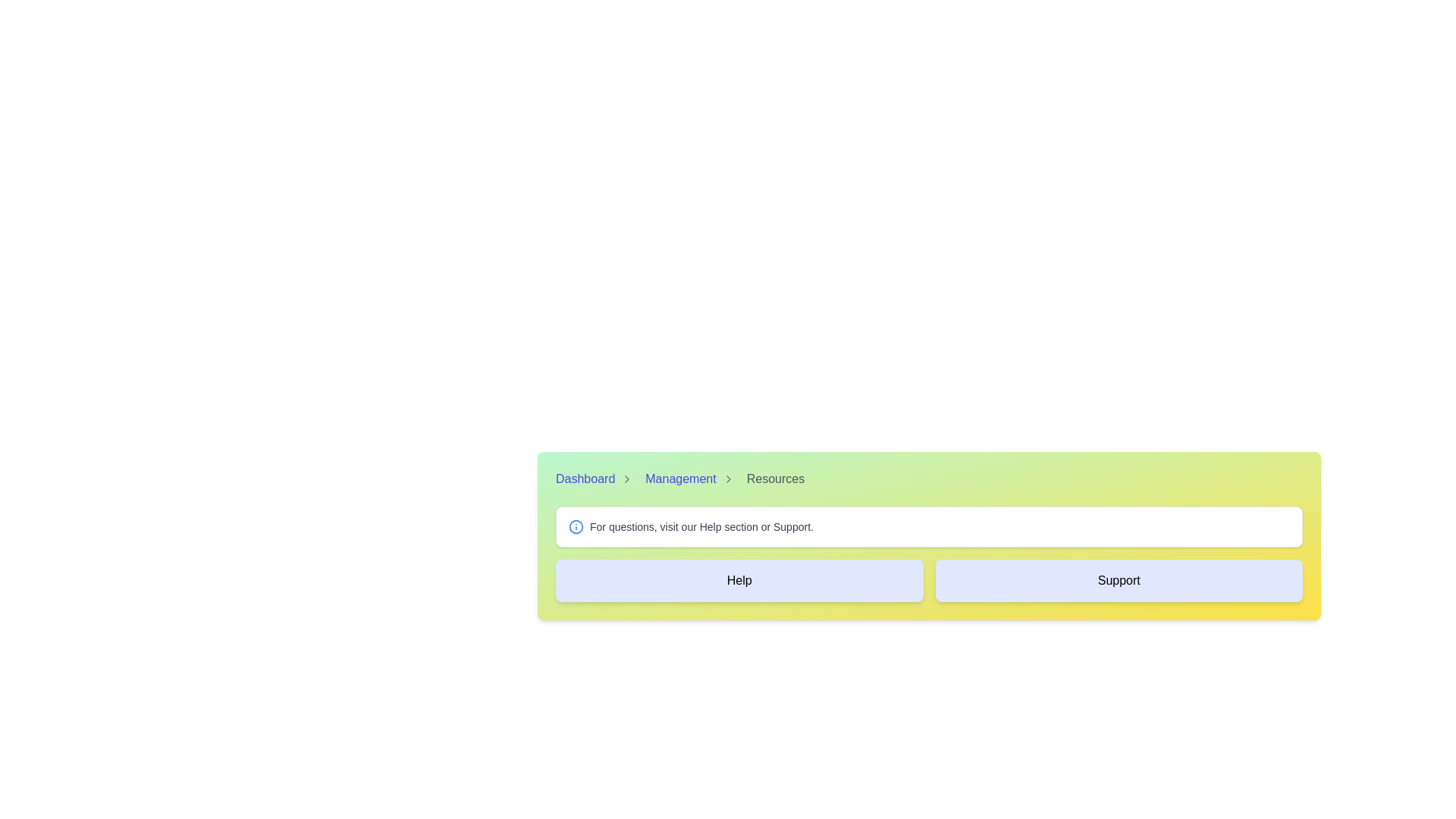  I want to click on the Circle SVG graphical element located on the left side of the horizontal informational bar containing text, which serves as a decorative or symbolic part of an informational icon, so click(575, 526).